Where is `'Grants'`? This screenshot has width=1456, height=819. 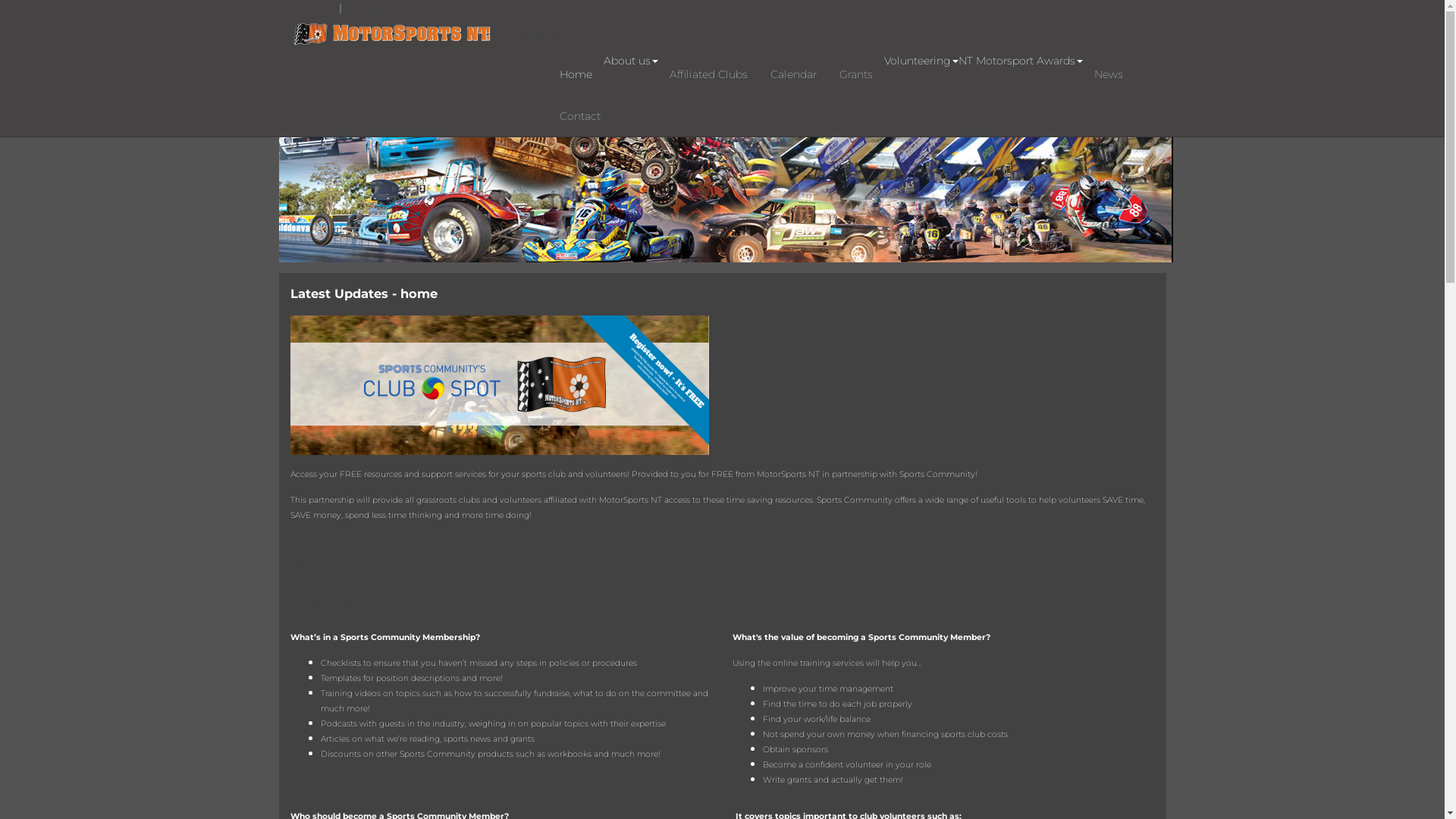
'Grants' is located at coordinates (855, 74).